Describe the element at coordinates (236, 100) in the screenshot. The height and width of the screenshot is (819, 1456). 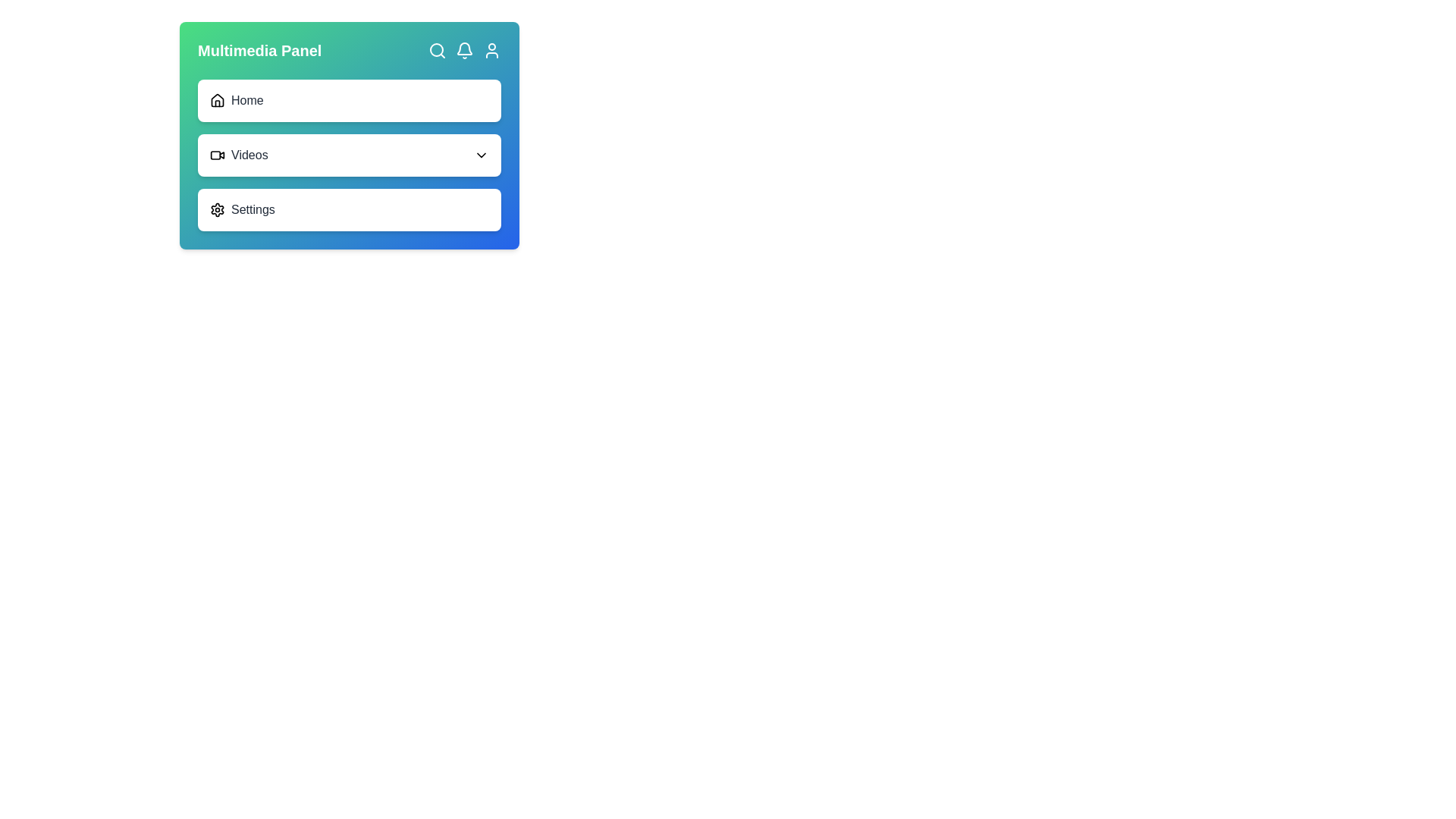
I see `the 'Home' navigation item located in the upper-left section of the 'Multimedia Panel' overlay` at that location.